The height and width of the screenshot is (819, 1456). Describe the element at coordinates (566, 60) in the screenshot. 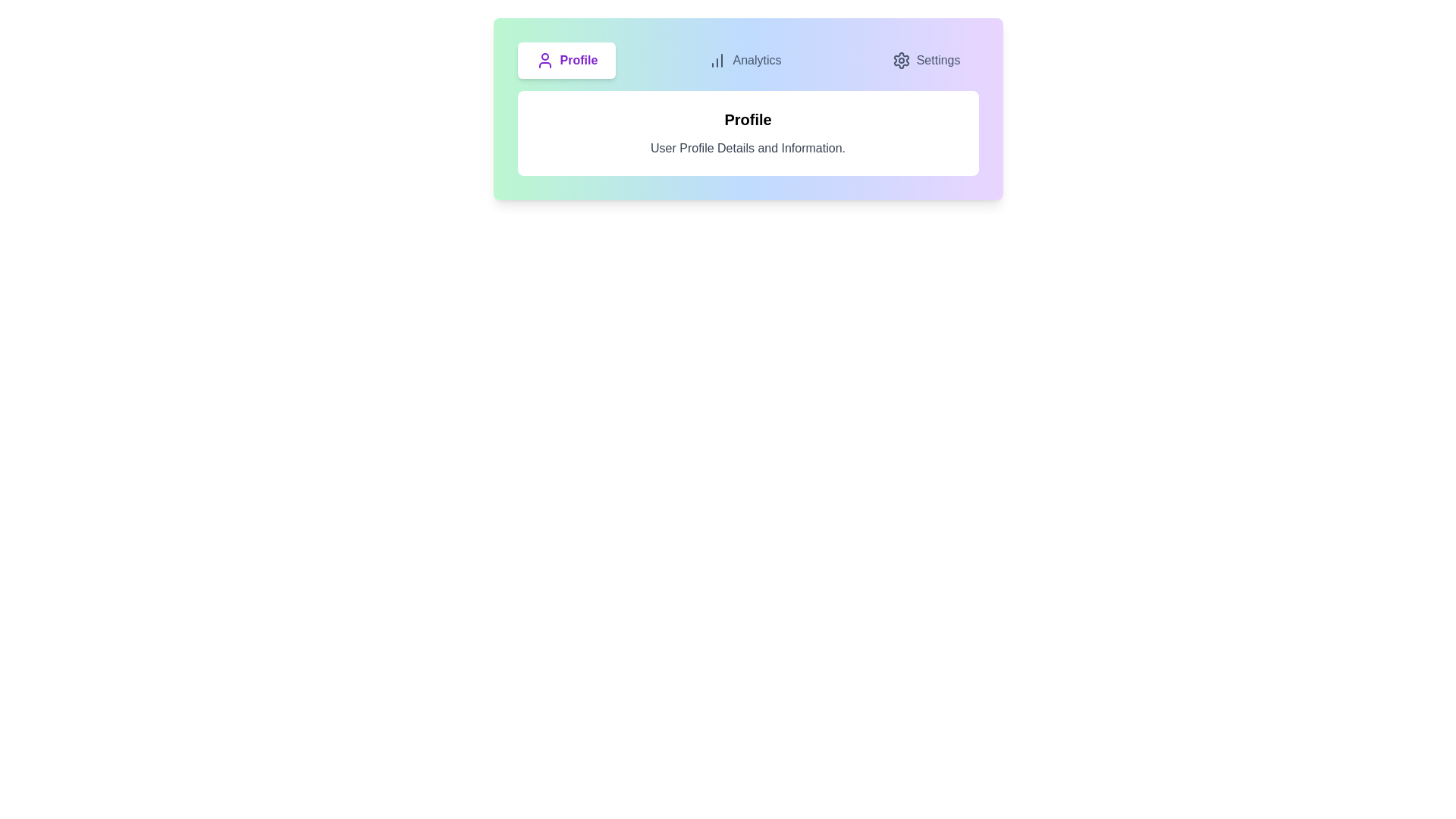

I see `the Profile tab button to switch to the corresponding tab` at that location.